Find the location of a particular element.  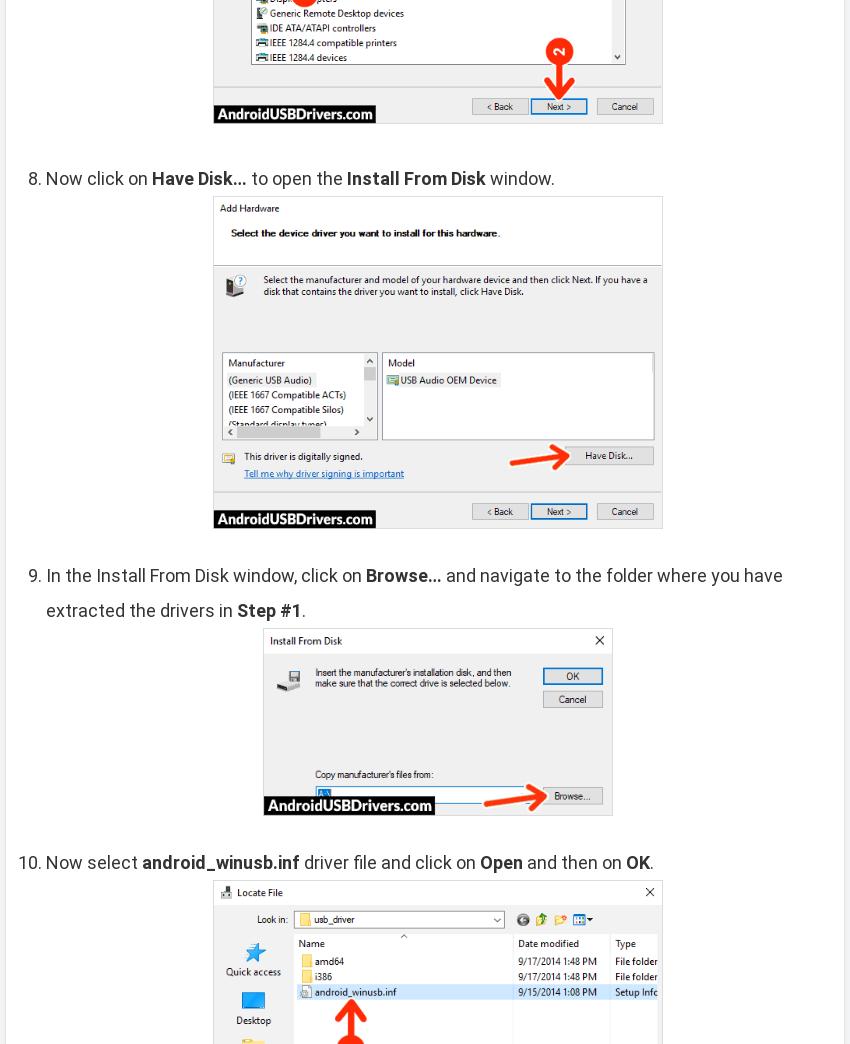

'window.' is located at coordinates (486, 177).